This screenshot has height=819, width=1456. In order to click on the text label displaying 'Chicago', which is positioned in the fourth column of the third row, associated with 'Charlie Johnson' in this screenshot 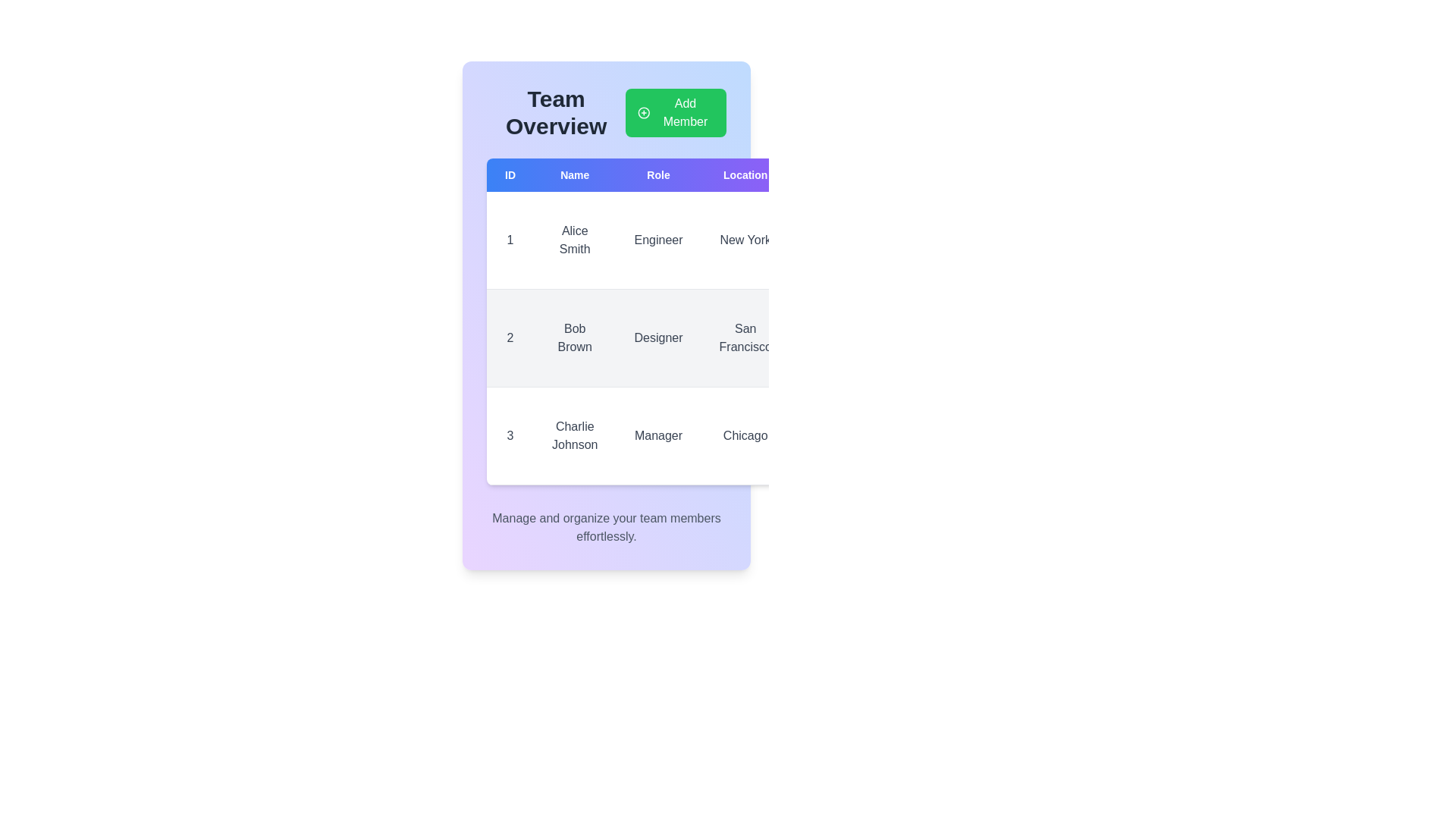, I will do `click(745, 435)`.